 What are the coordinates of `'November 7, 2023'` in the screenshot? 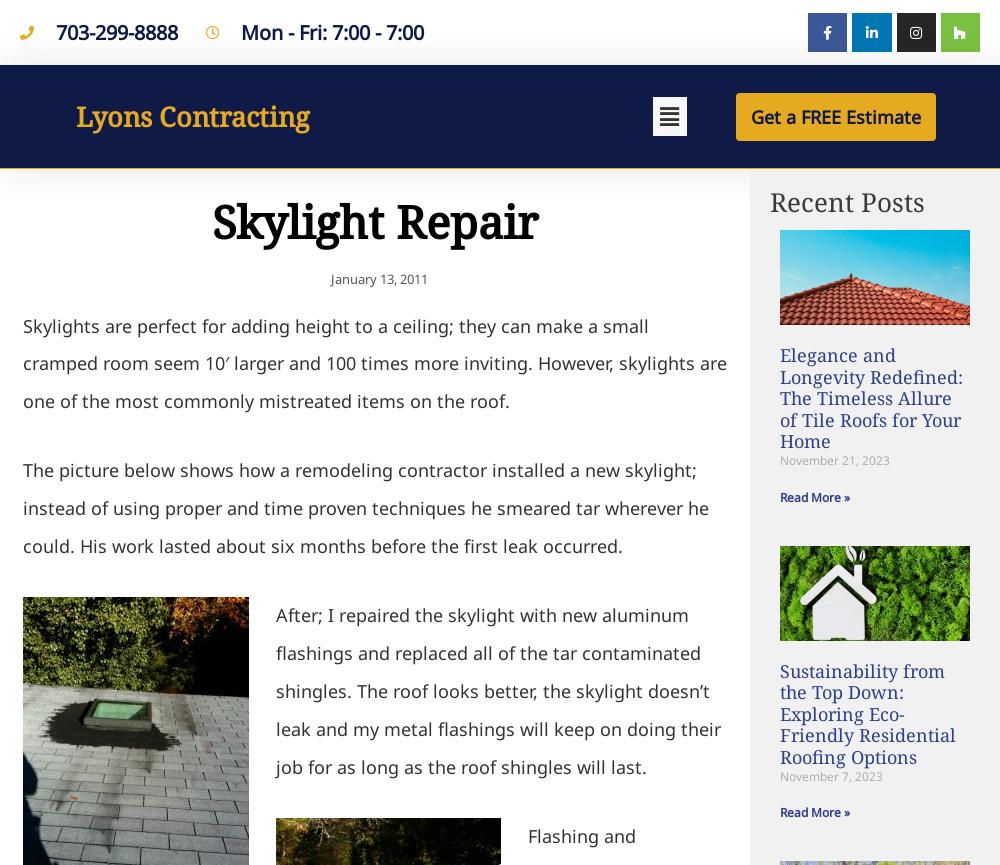 It's located at (830, 774).